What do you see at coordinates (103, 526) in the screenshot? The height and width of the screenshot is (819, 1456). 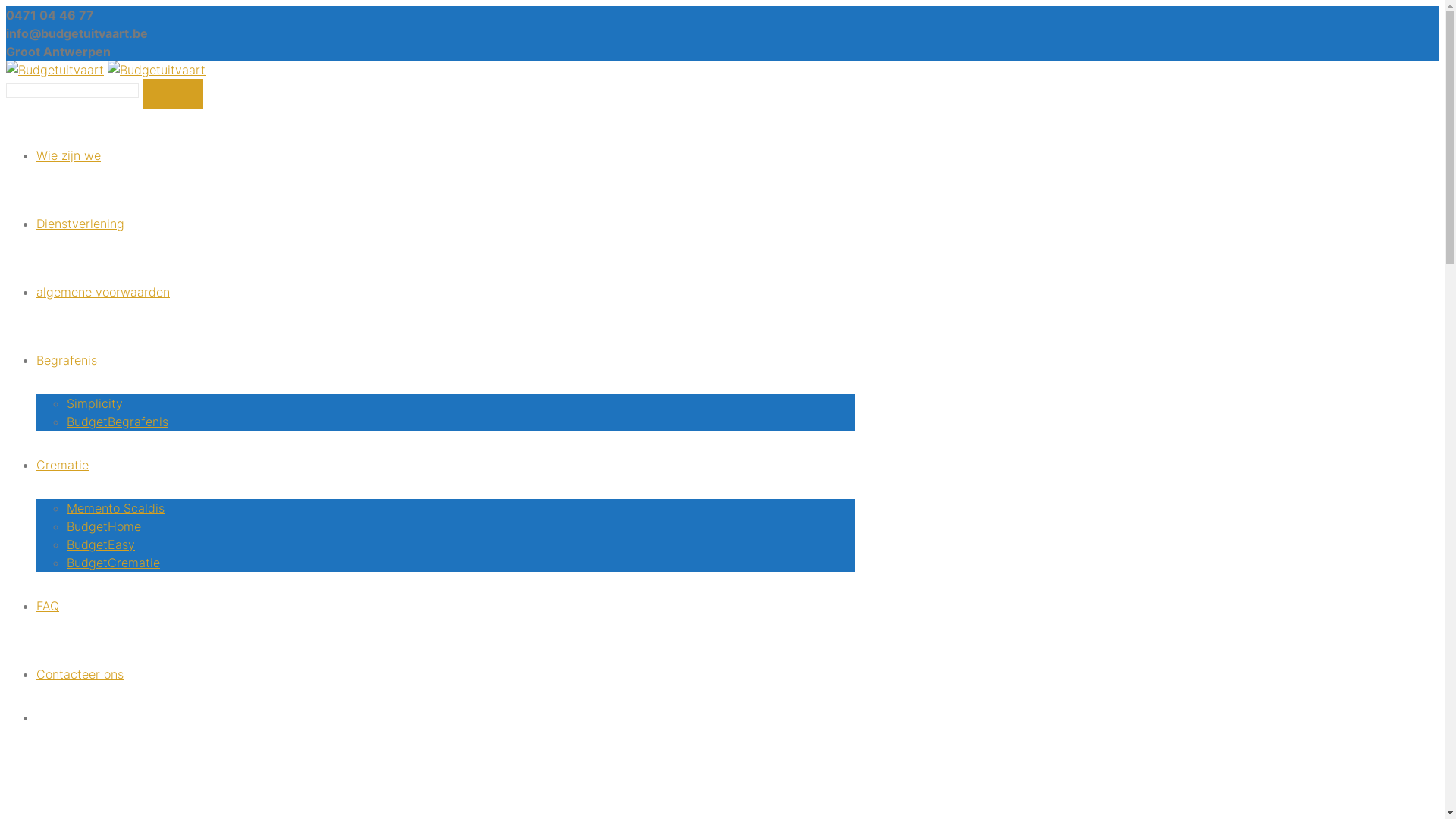 I see `'BudgetHome'` at bounding box center [103, 526].